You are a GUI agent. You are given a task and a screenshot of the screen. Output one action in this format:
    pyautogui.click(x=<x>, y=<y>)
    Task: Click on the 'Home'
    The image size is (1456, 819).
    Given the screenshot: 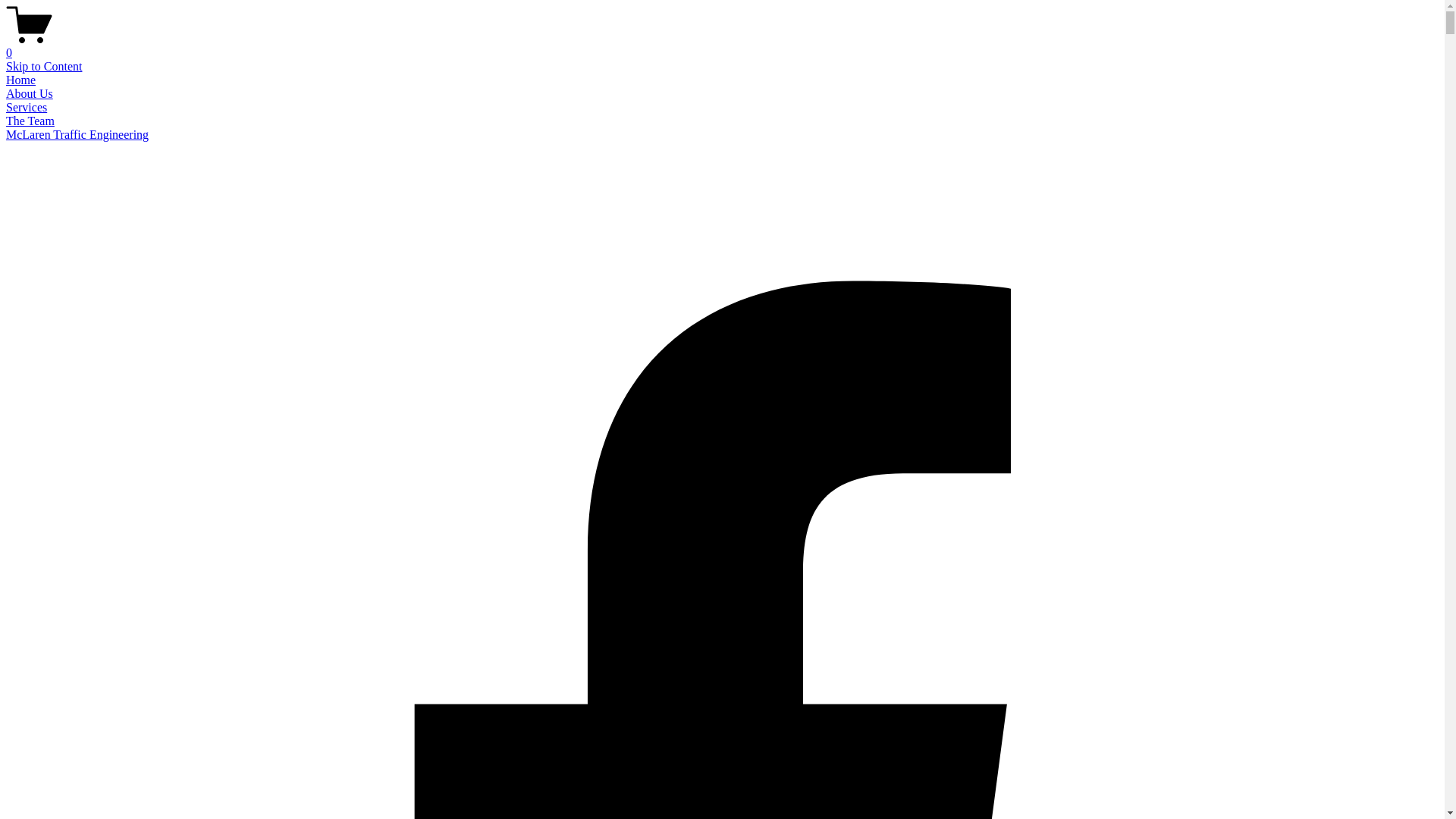 What is the action you would take?
    pyautogui.click(x=20, y=80)
    